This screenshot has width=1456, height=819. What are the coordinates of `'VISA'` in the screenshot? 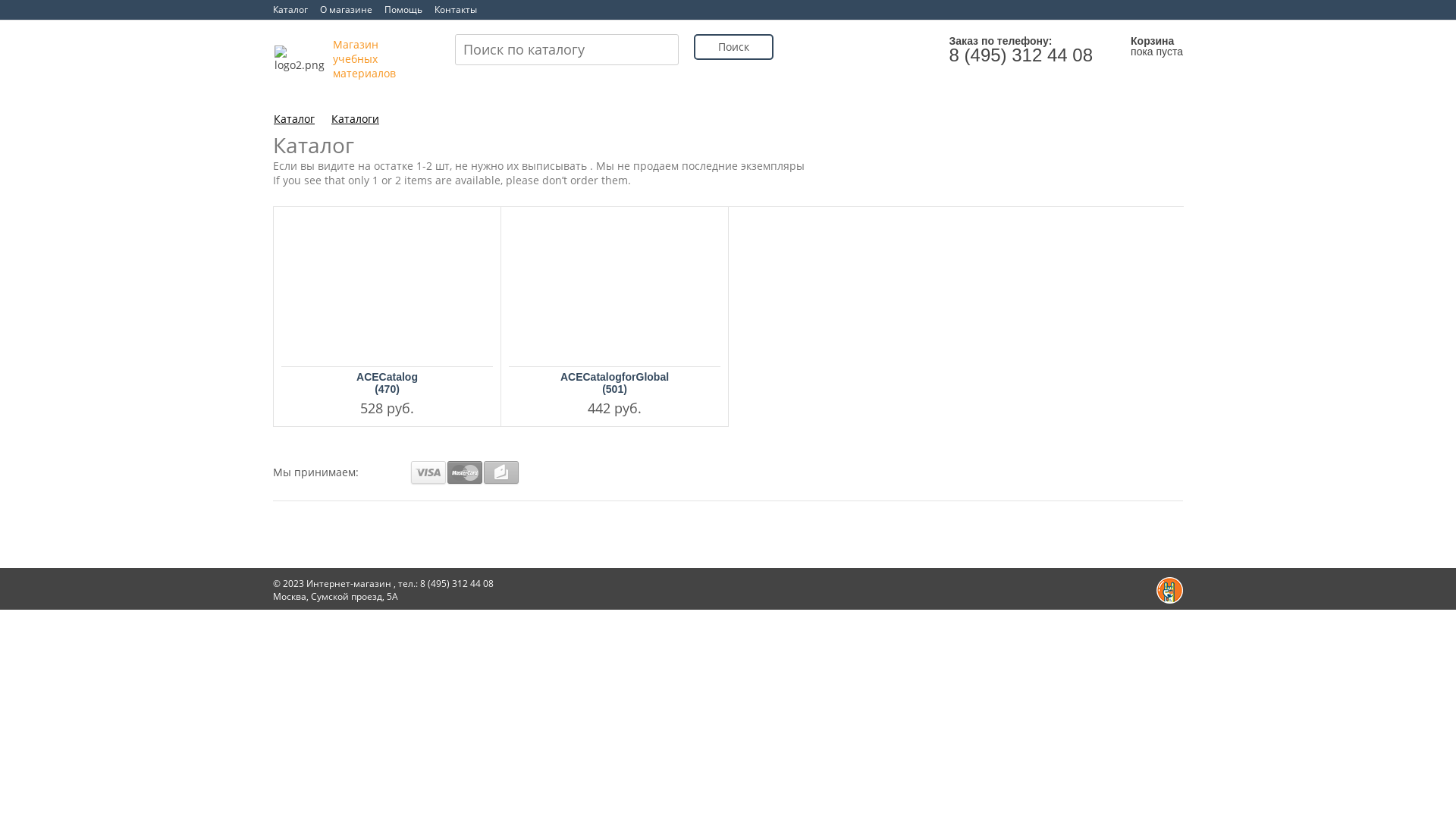 It's located at (410, 472).